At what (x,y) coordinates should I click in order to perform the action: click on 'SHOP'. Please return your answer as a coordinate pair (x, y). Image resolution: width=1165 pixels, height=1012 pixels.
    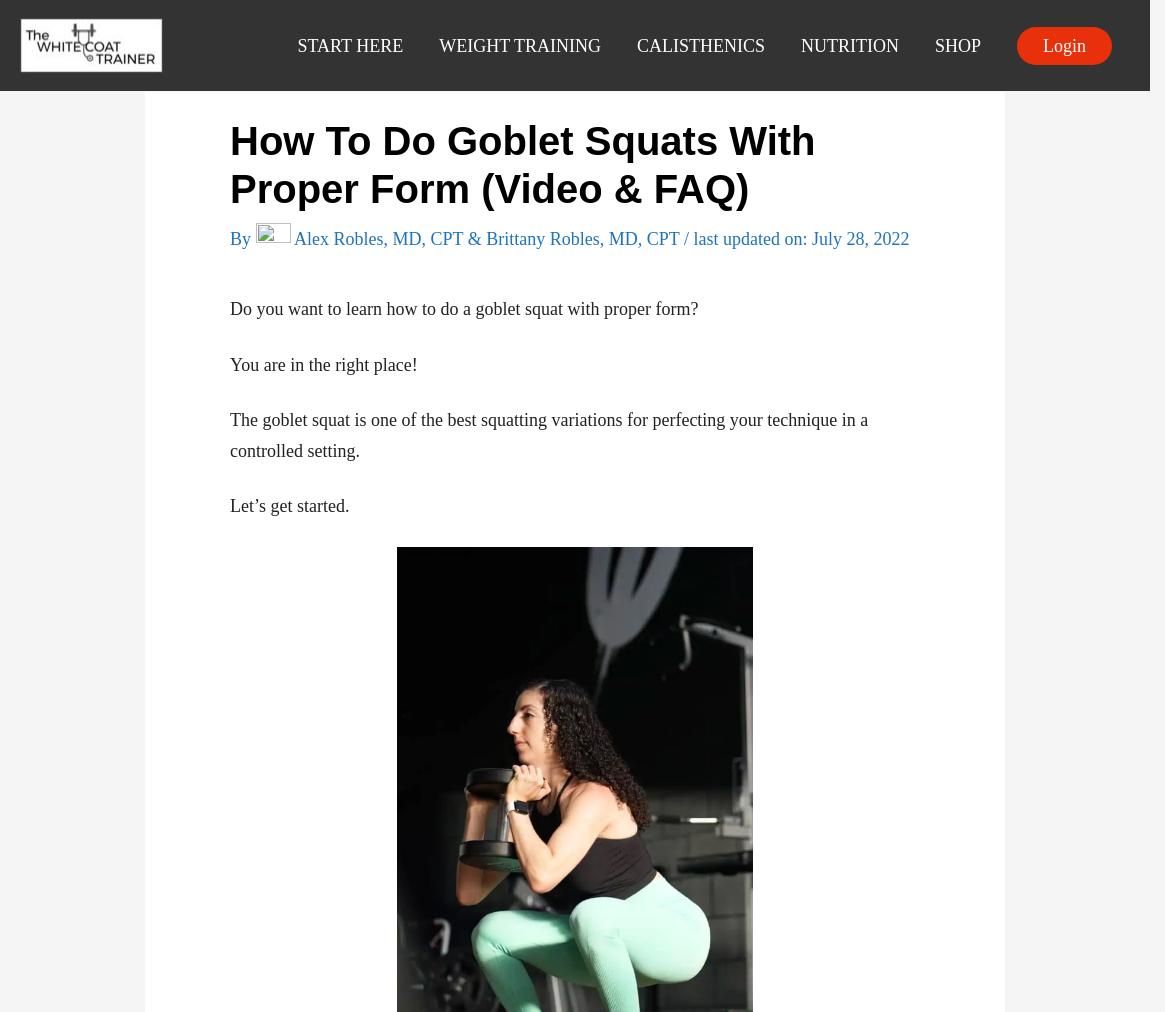
    Looking at the image, I should click on (957, 44).